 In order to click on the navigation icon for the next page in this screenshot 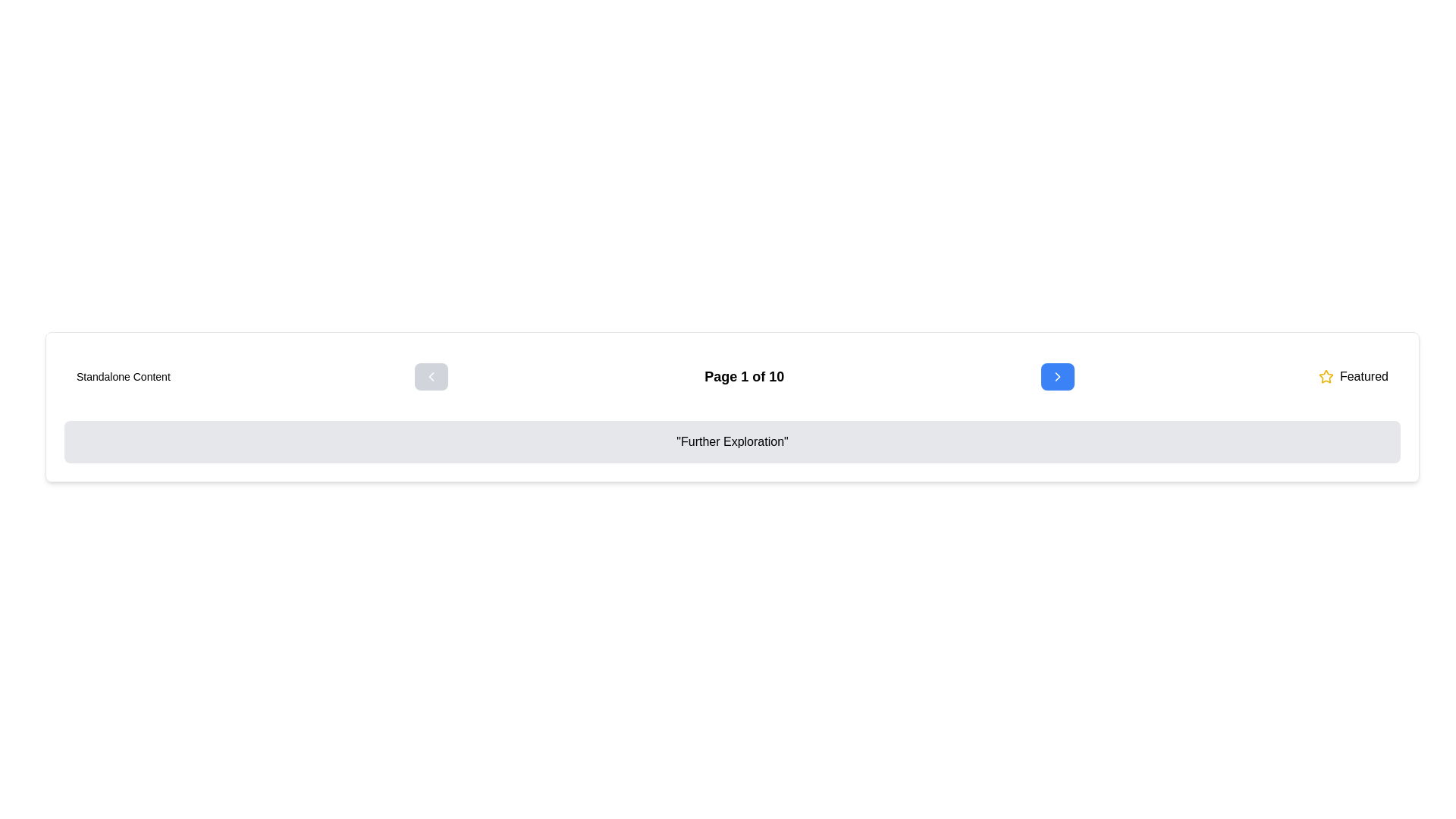, I will do `click(1056, 376)`.